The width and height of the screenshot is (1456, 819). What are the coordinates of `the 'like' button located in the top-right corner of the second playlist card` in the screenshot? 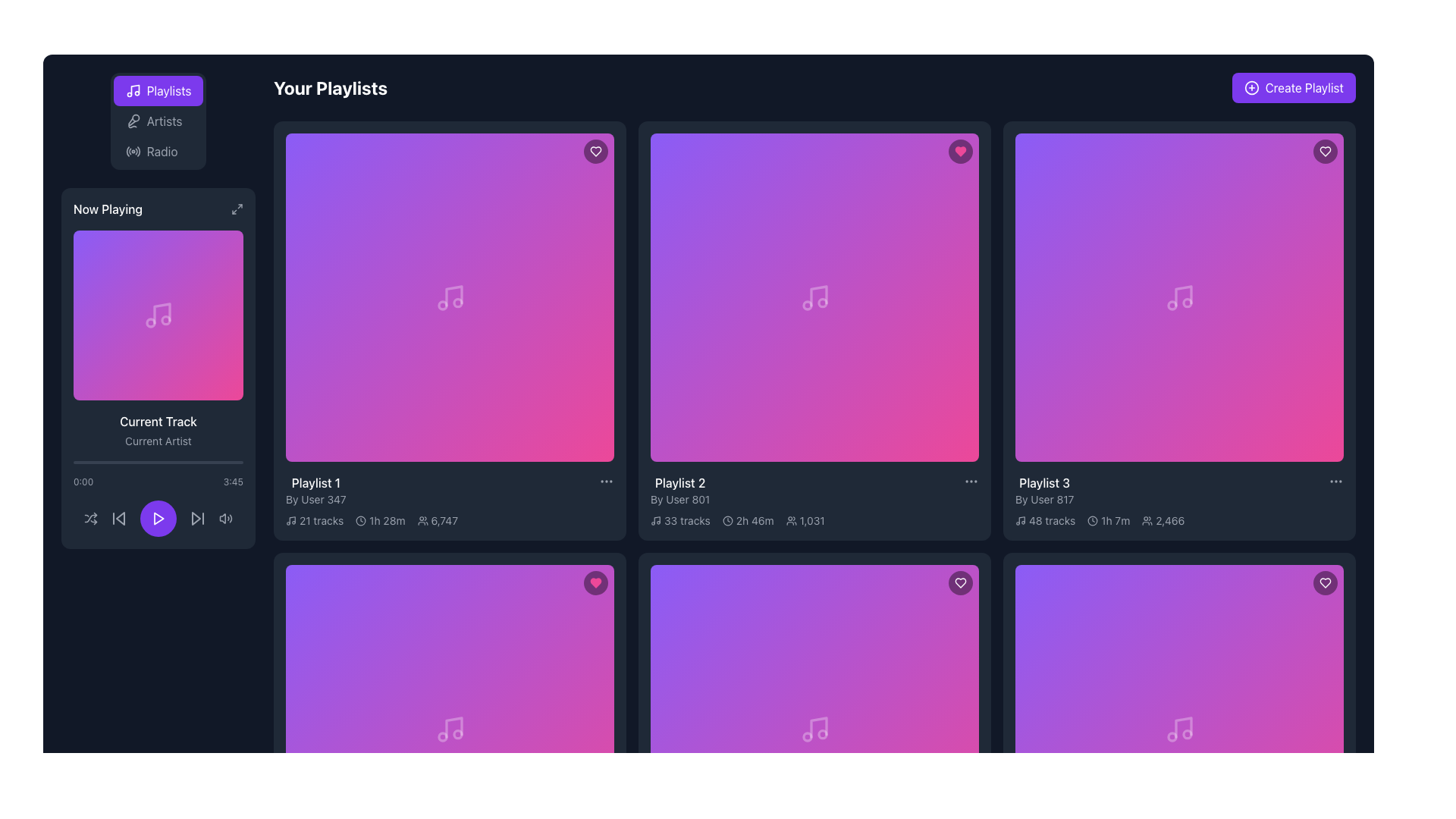 It's located at (960, 152).